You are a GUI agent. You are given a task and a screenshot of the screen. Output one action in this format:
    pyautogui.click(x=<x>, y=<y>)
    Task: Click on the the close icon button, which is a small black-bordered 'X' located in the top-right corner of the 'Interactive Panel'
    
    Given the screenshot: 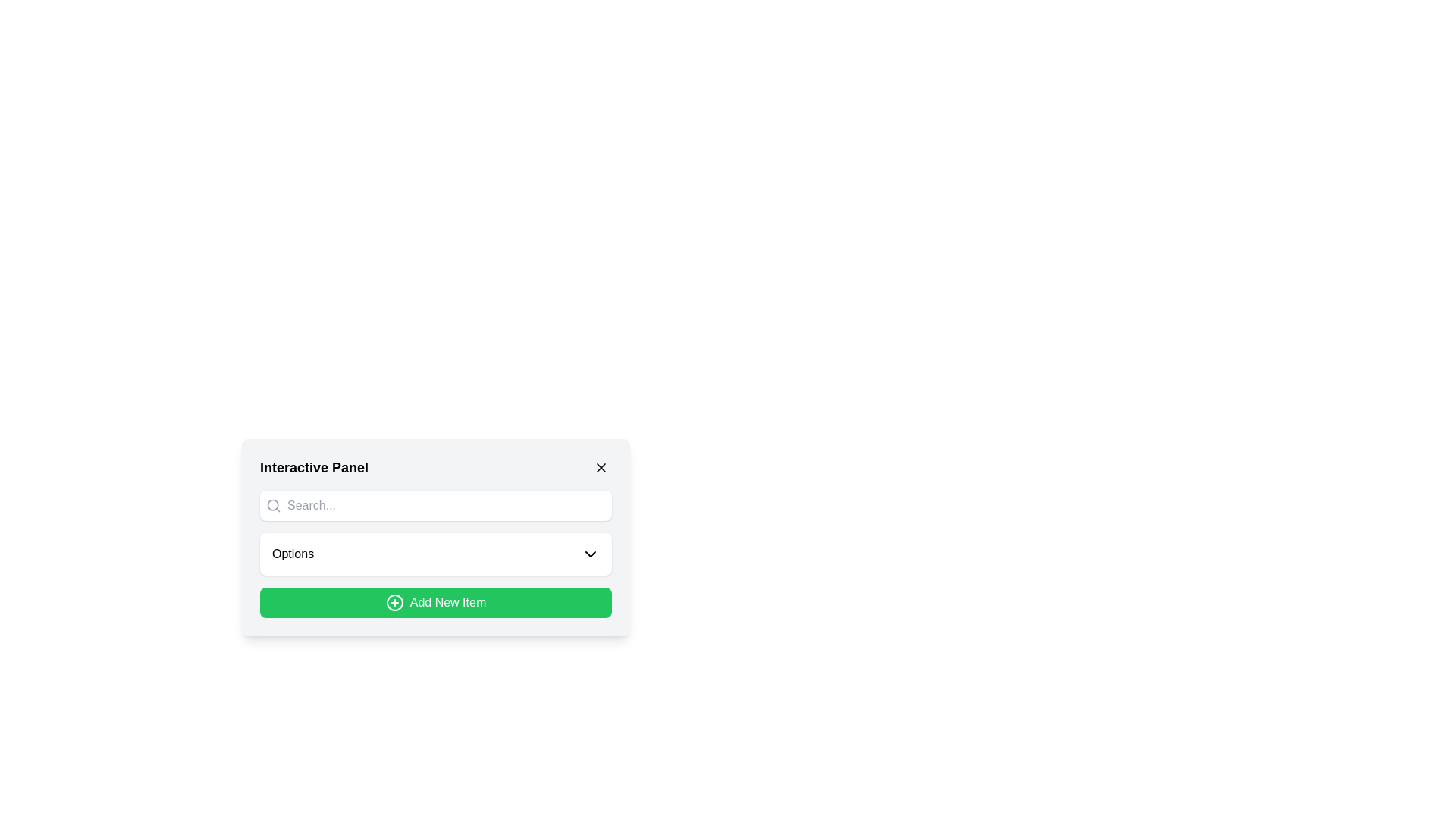 What is the action you would take?
    pyautogui.click(x=600, y=467)
    